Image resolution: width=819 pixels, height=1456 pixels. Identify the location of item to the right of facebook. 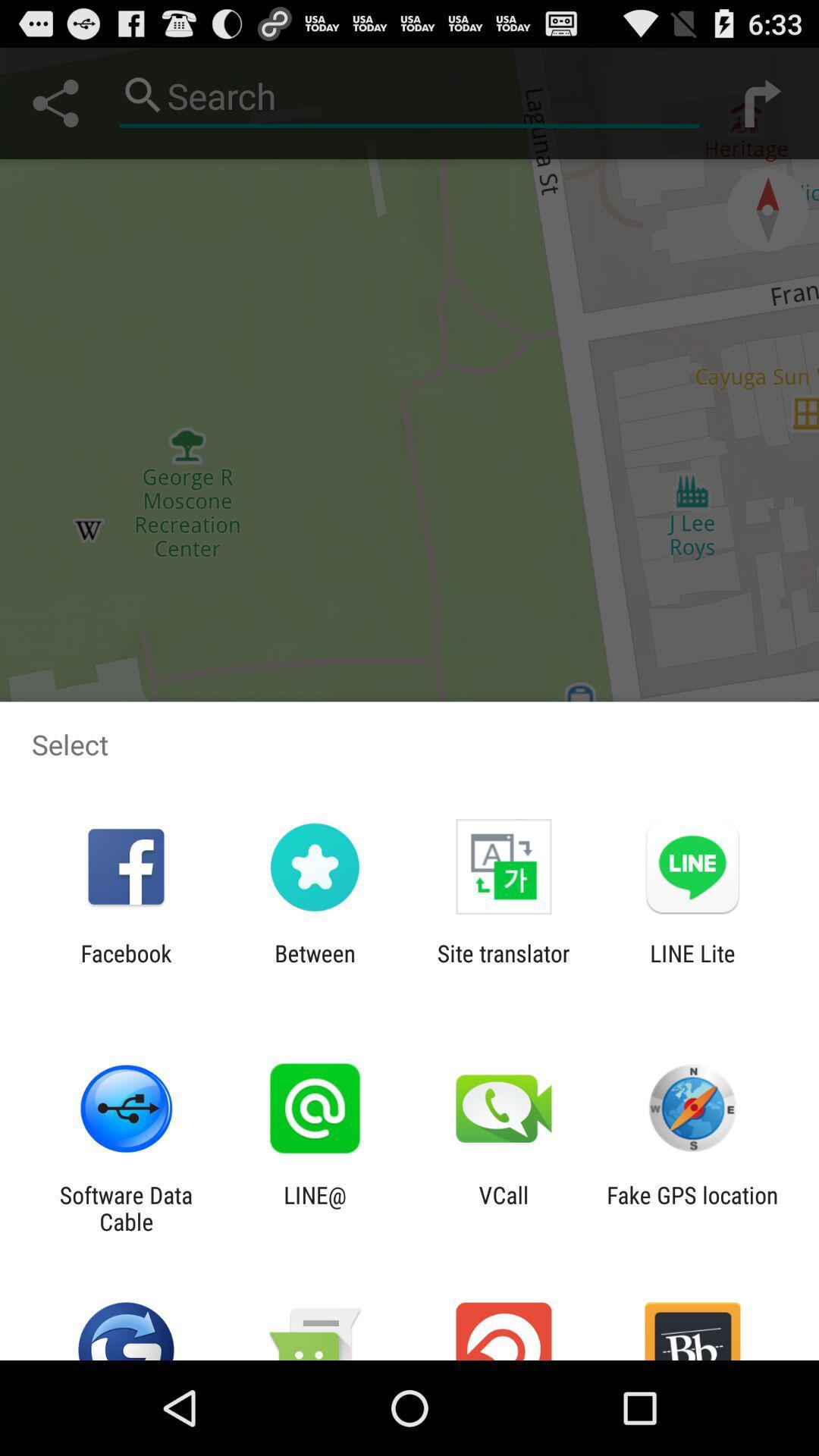
(314, 966).